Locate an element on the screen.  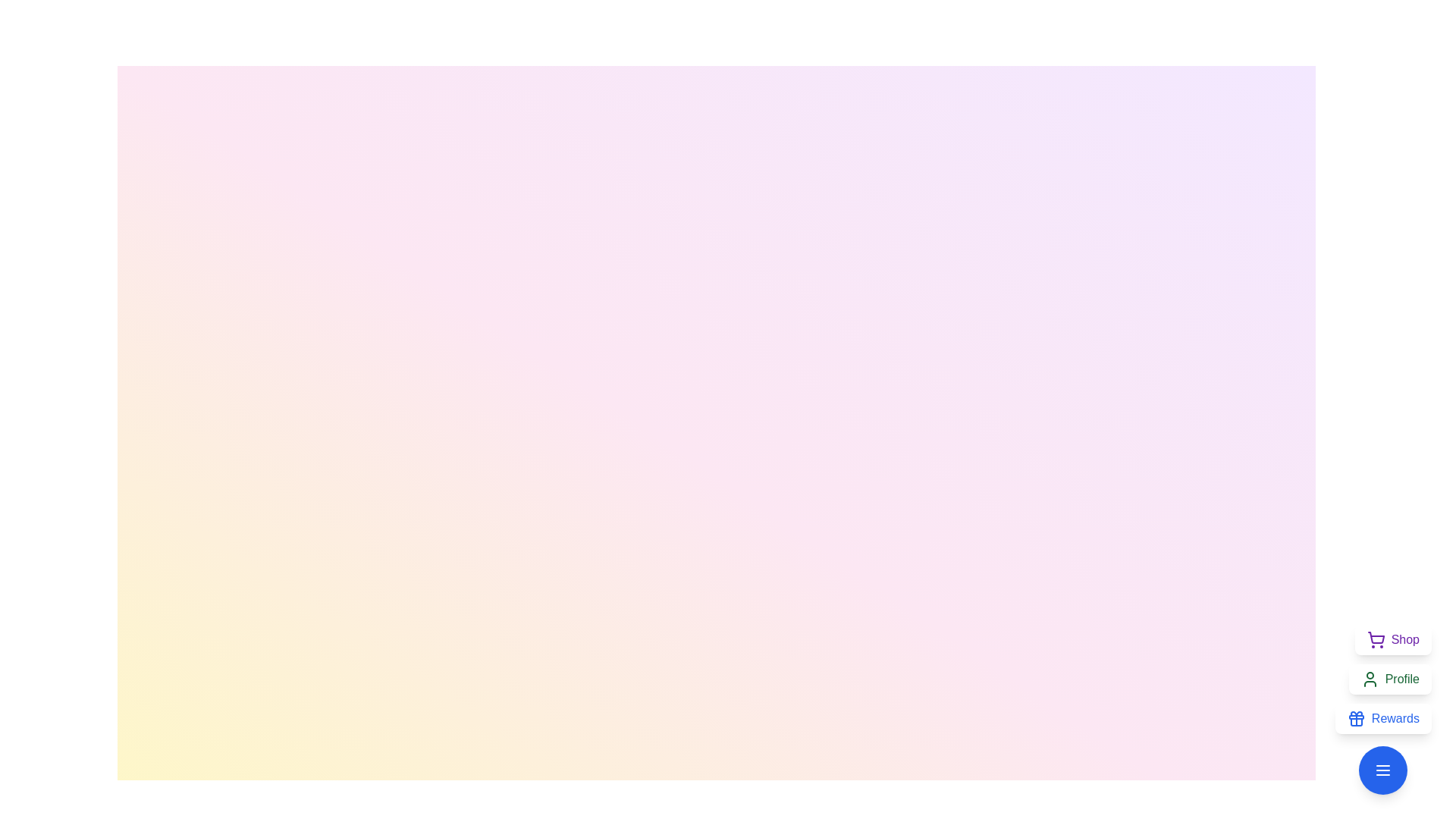
the 'Rewards' icon located in the right sidebar above the text 'Rewards' is located at coordinates (1356, 718).